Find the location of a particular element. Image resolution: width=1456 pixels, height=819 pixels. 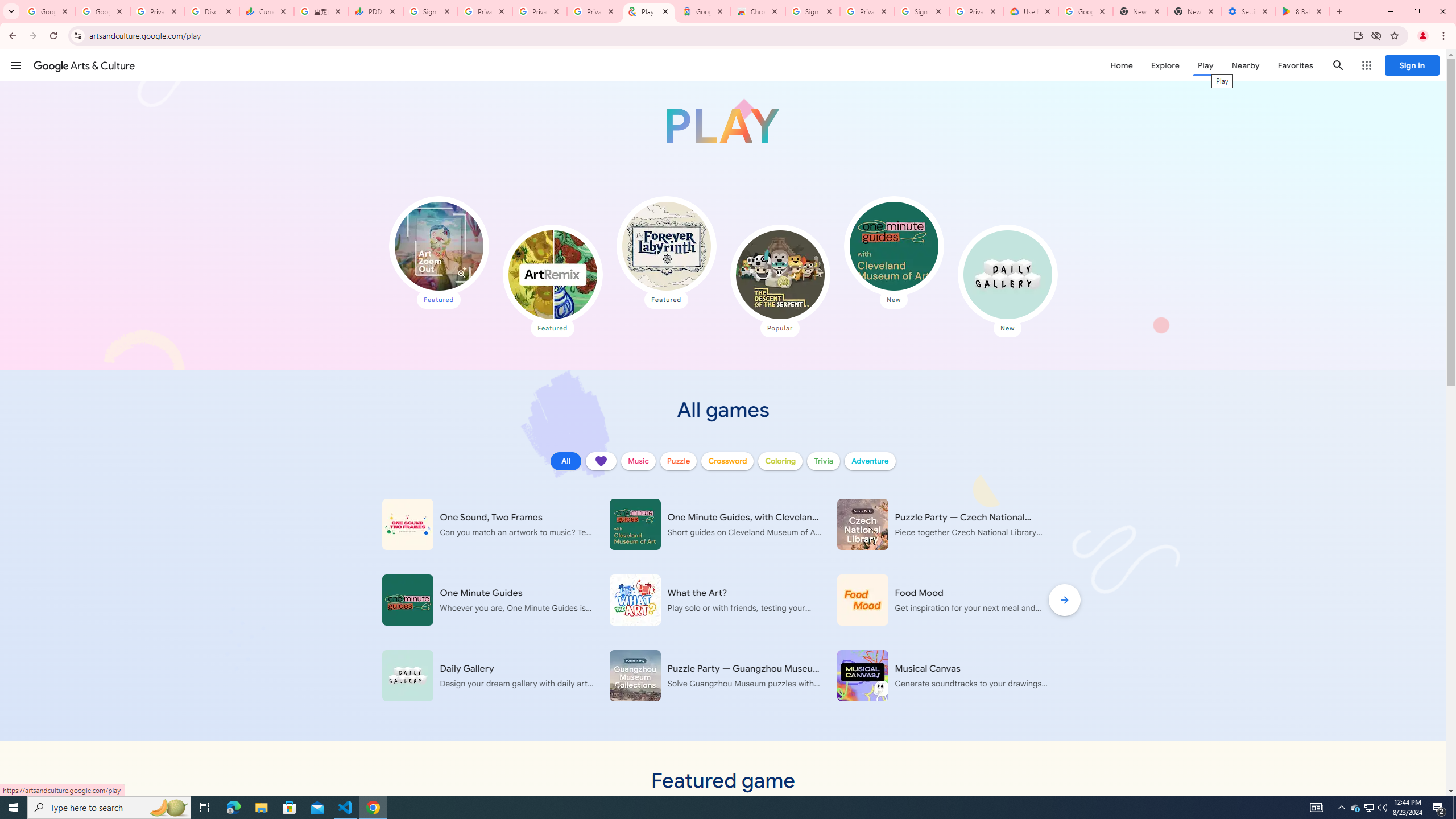

'Sign in - Google Accounts' is located at coordinates (812, 11).